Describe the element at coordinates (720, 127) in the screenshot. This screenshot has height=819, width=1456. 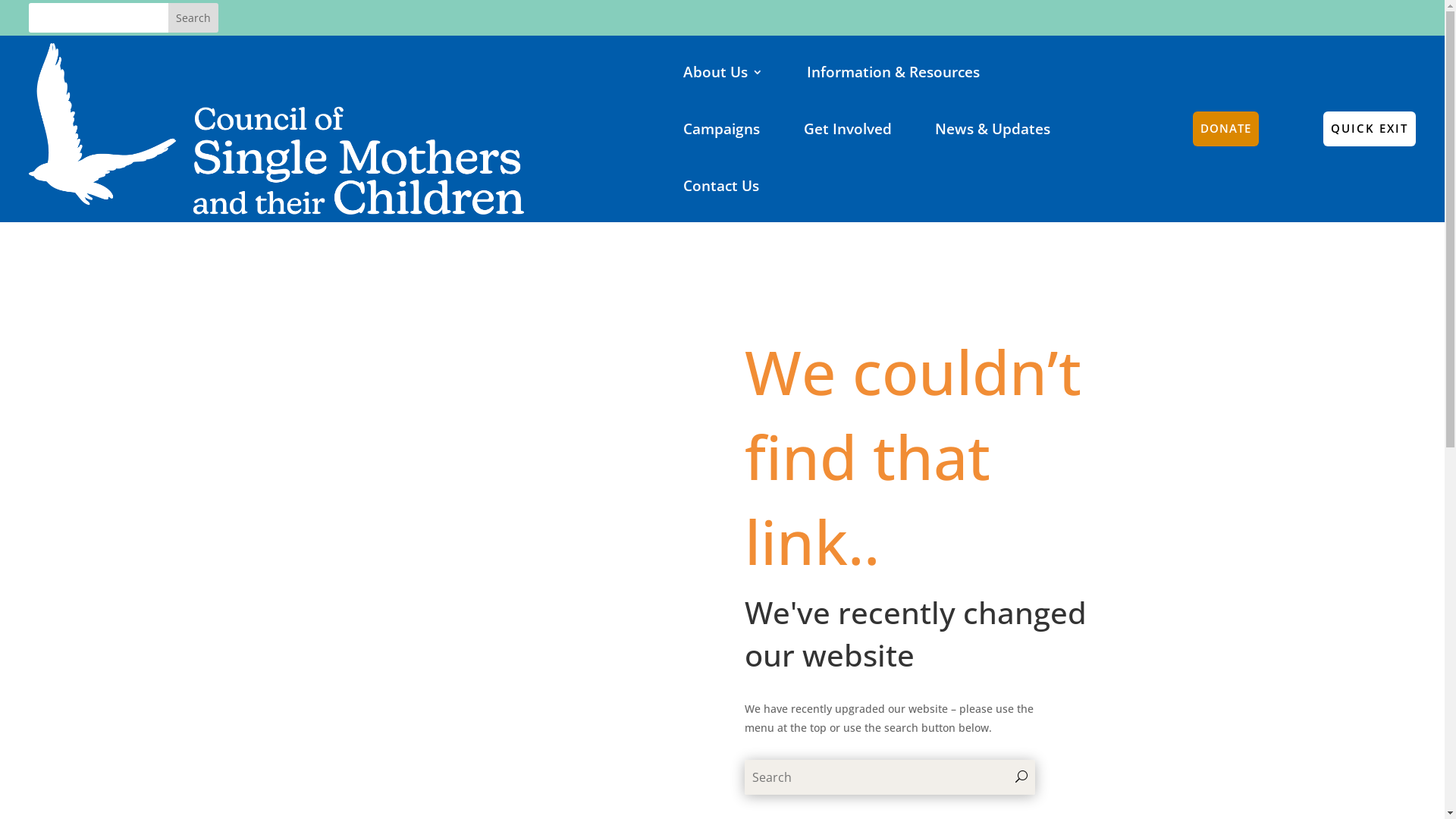
I see `'Campaigns'` at that location.